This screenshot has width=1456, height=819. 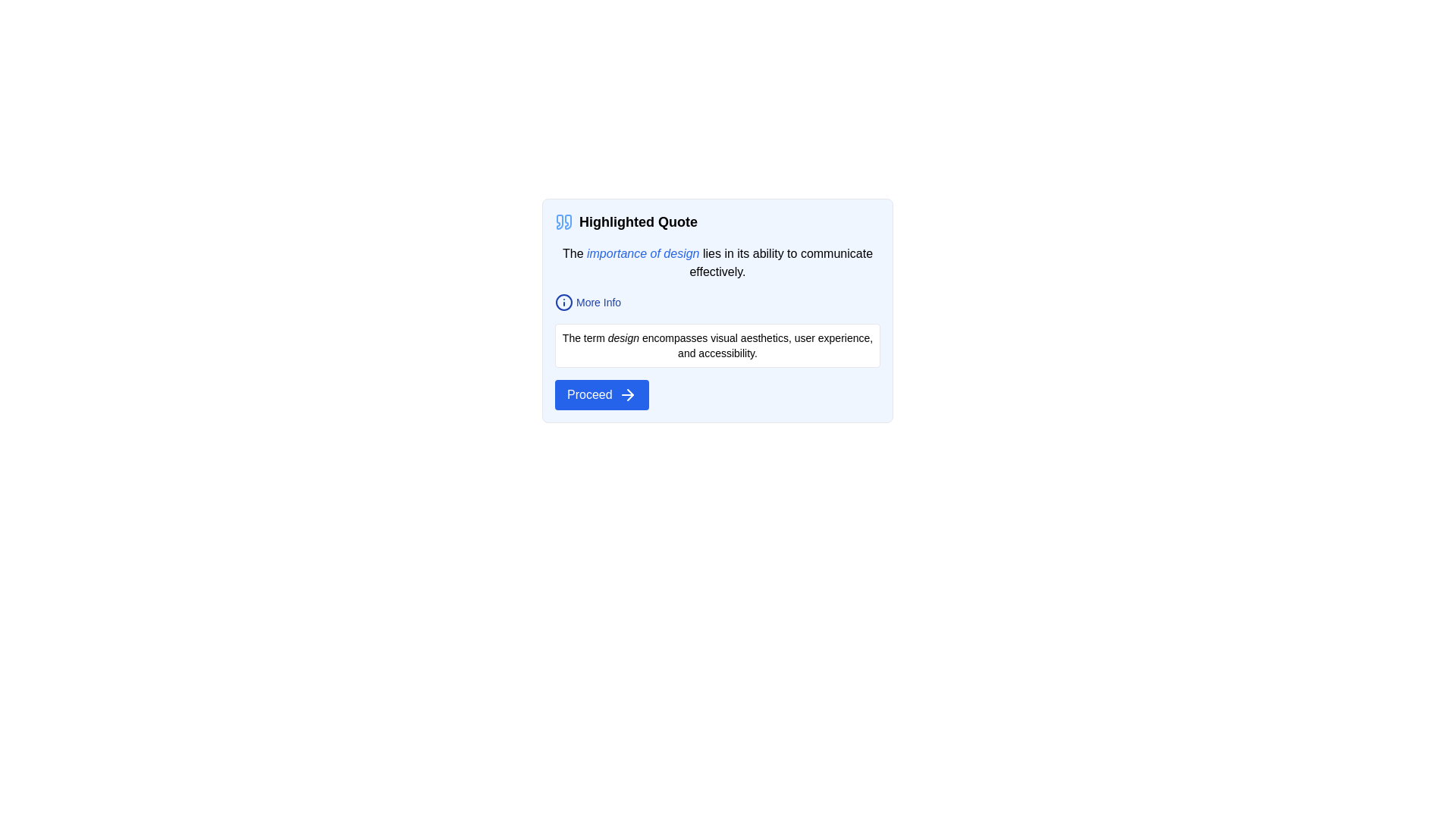 What do you see at coordinates (643, 253) in the screenshot?
I see `hyperlink-style text that emphasizes the topic 'importance of design' for its styling` at bounding box center [643, 253].